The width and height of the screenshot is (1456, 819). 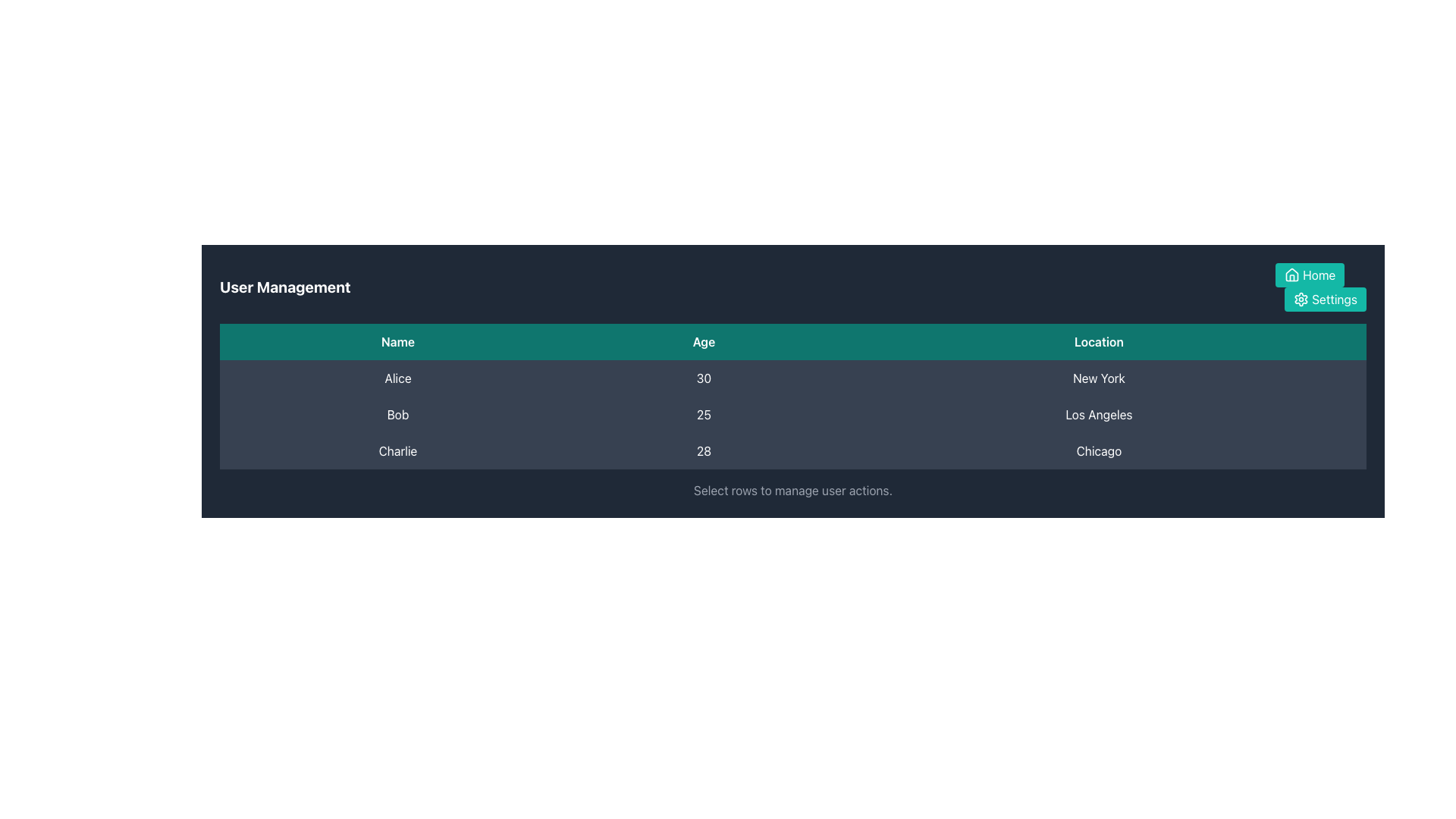 What do you see at coordinates (1324, 299) in the screenshot?
I see `the settings button located at the top-right corner of the interface to access its functionalities` at bounding box center [1324, 299].